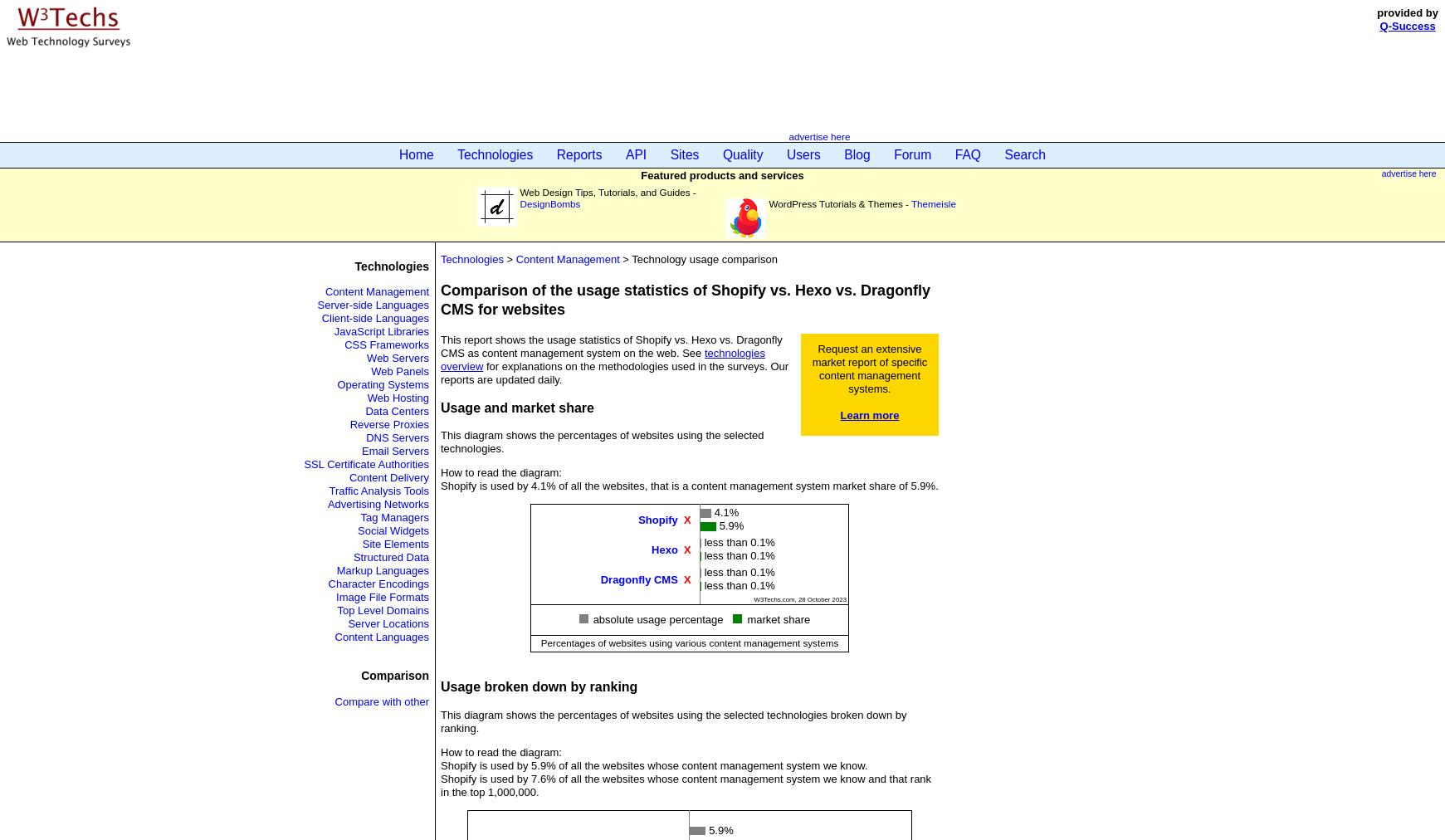  Describe the element at coordinates (516, 407) in the screenshot. I see `'Usage and market share'` at that location.